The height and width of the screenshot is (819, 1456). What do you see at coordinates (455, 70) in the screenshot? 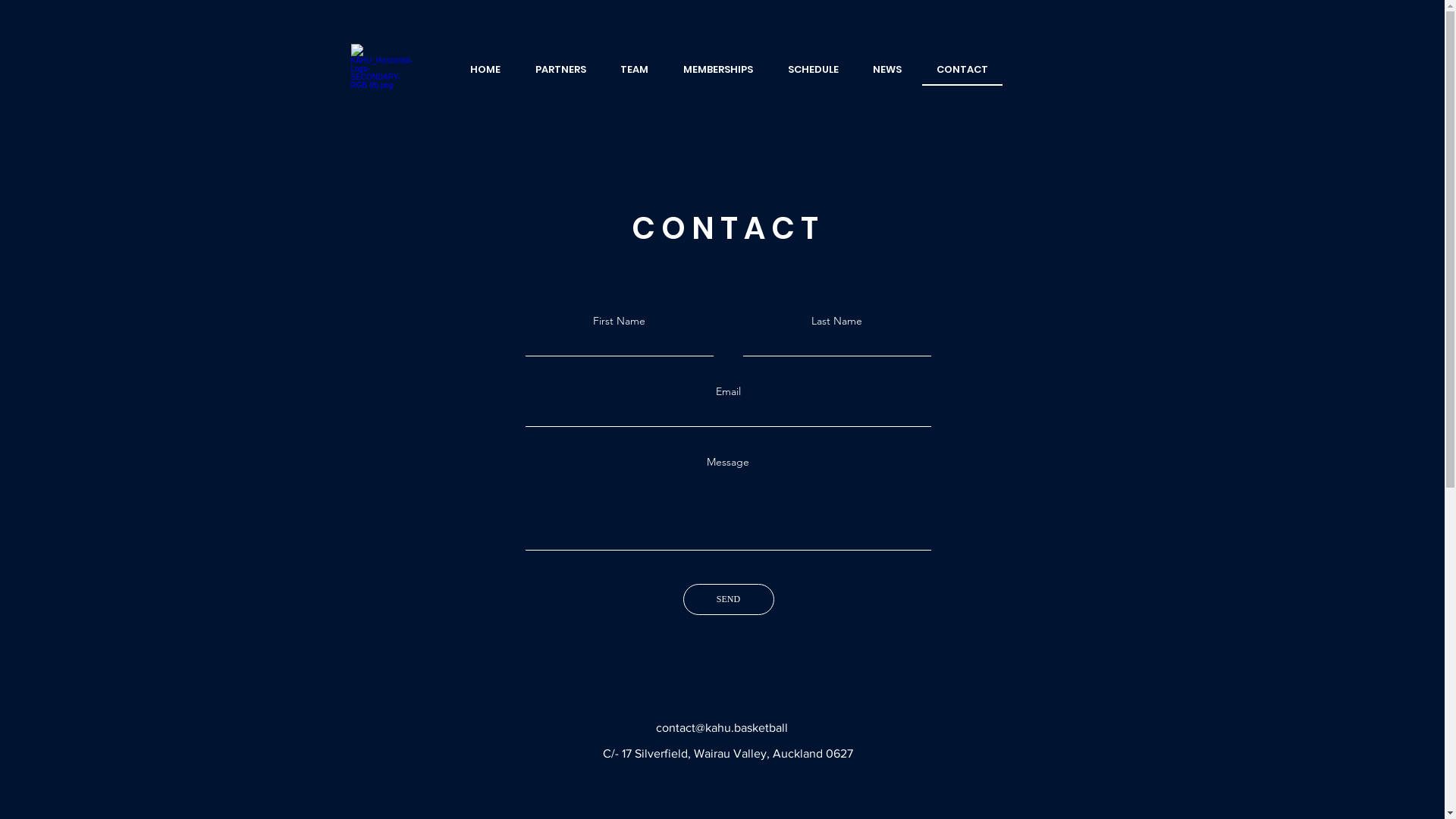
I see `'HOME'` at bounding box center [455, 70].